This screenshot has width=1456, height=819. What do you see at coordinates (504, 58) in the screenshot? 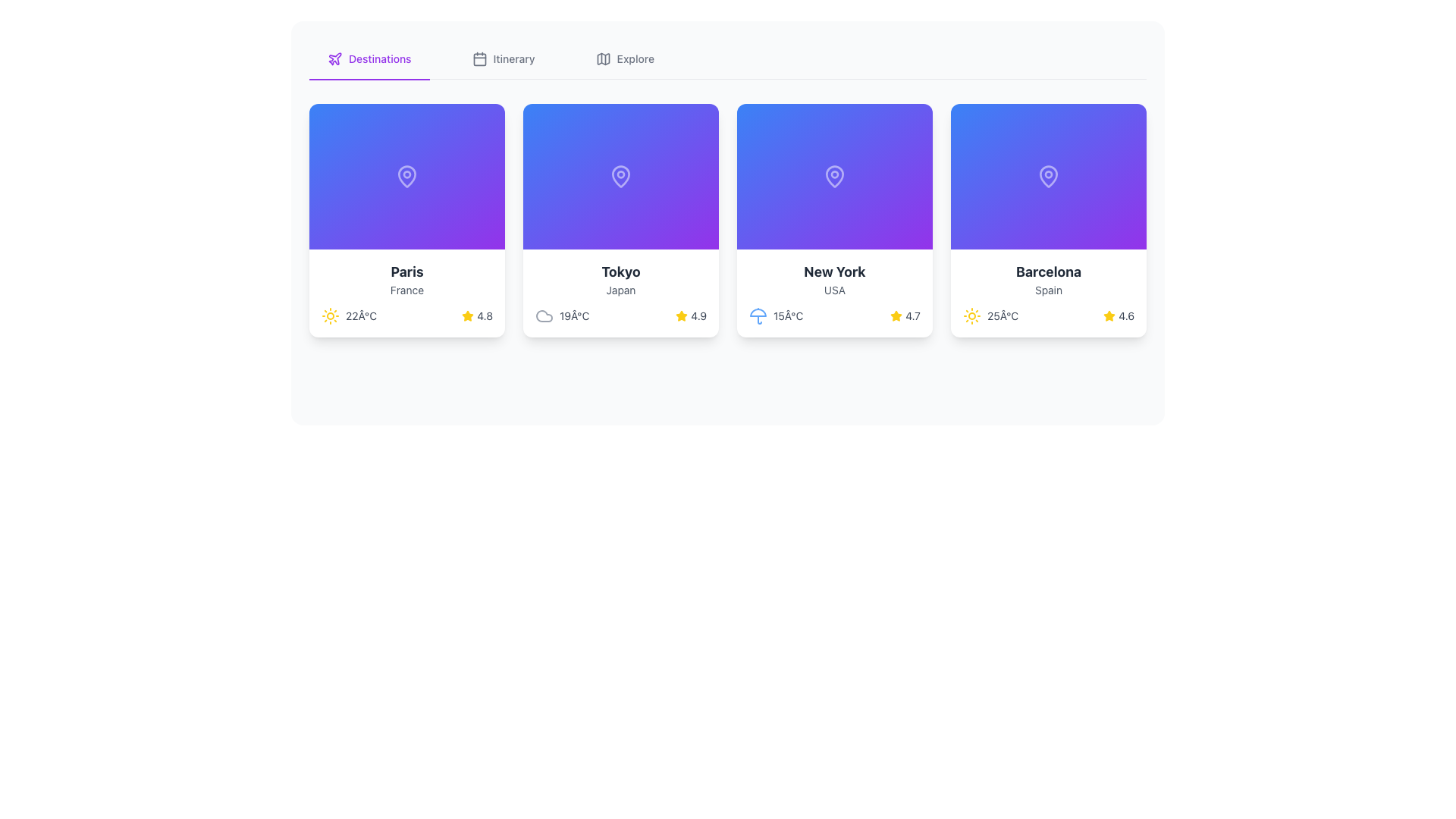
I see `the itinerary navigation button located in the second position of the horizontal navigation bar` at bounding box center [504, 58].